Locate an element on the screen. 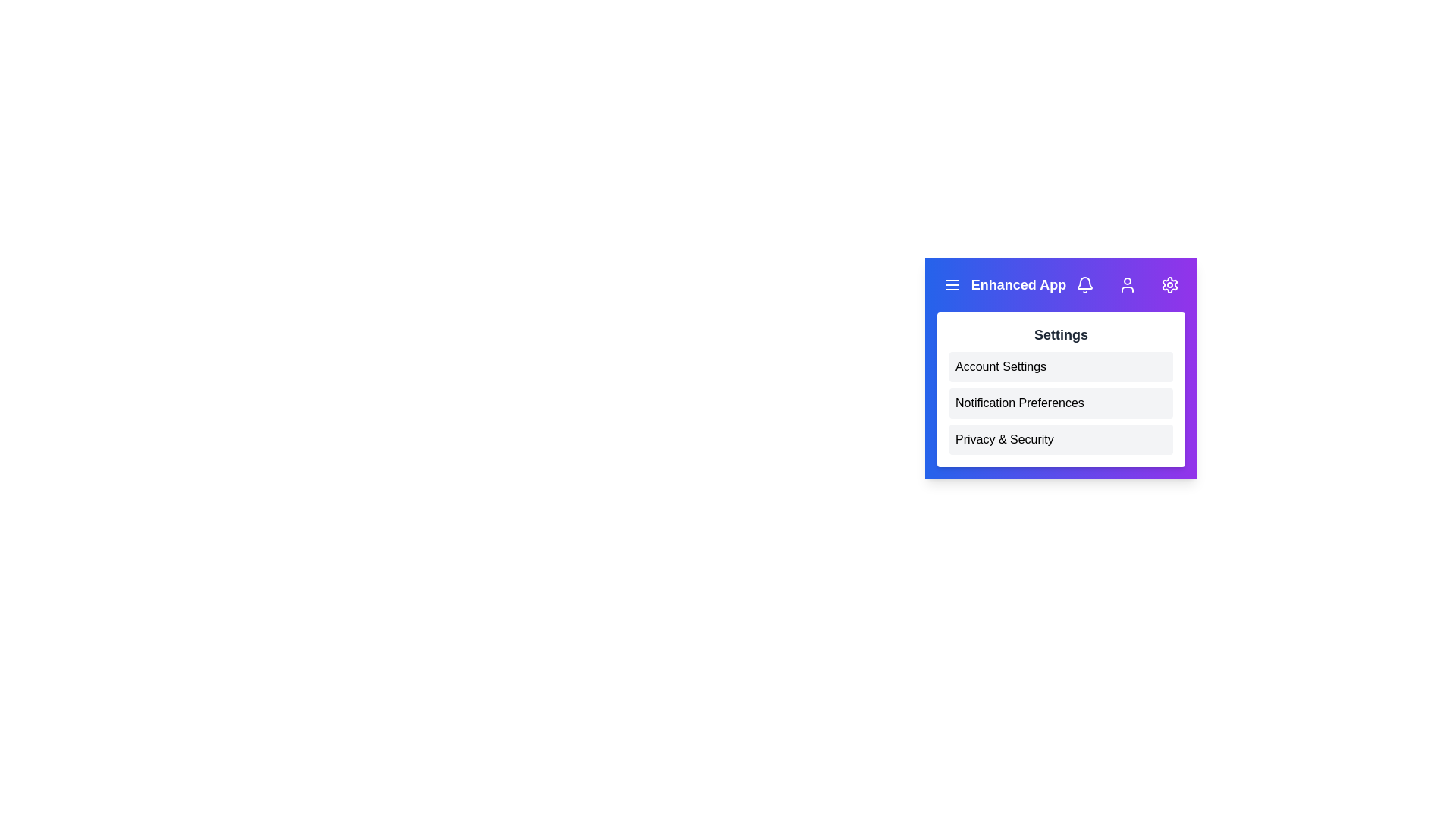  the Account Settings button in the settings menu is located at coordinates (1060, 366).